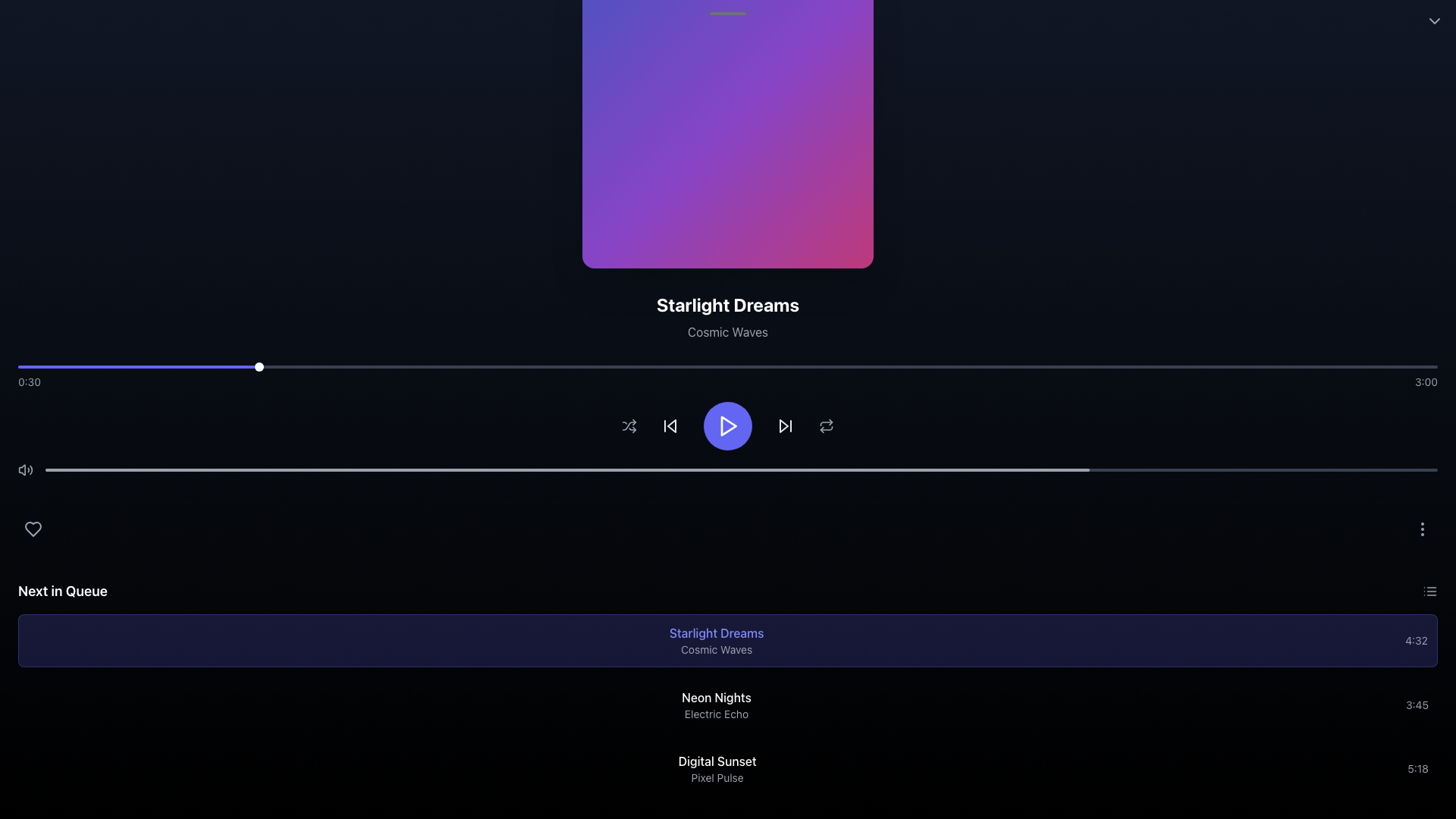 The height and width of the screenshot is (819, 1456). Describe the element at coordinates (716, 648) in the screenshot. I see `the 'Cosmic Waves' text label` at that location.